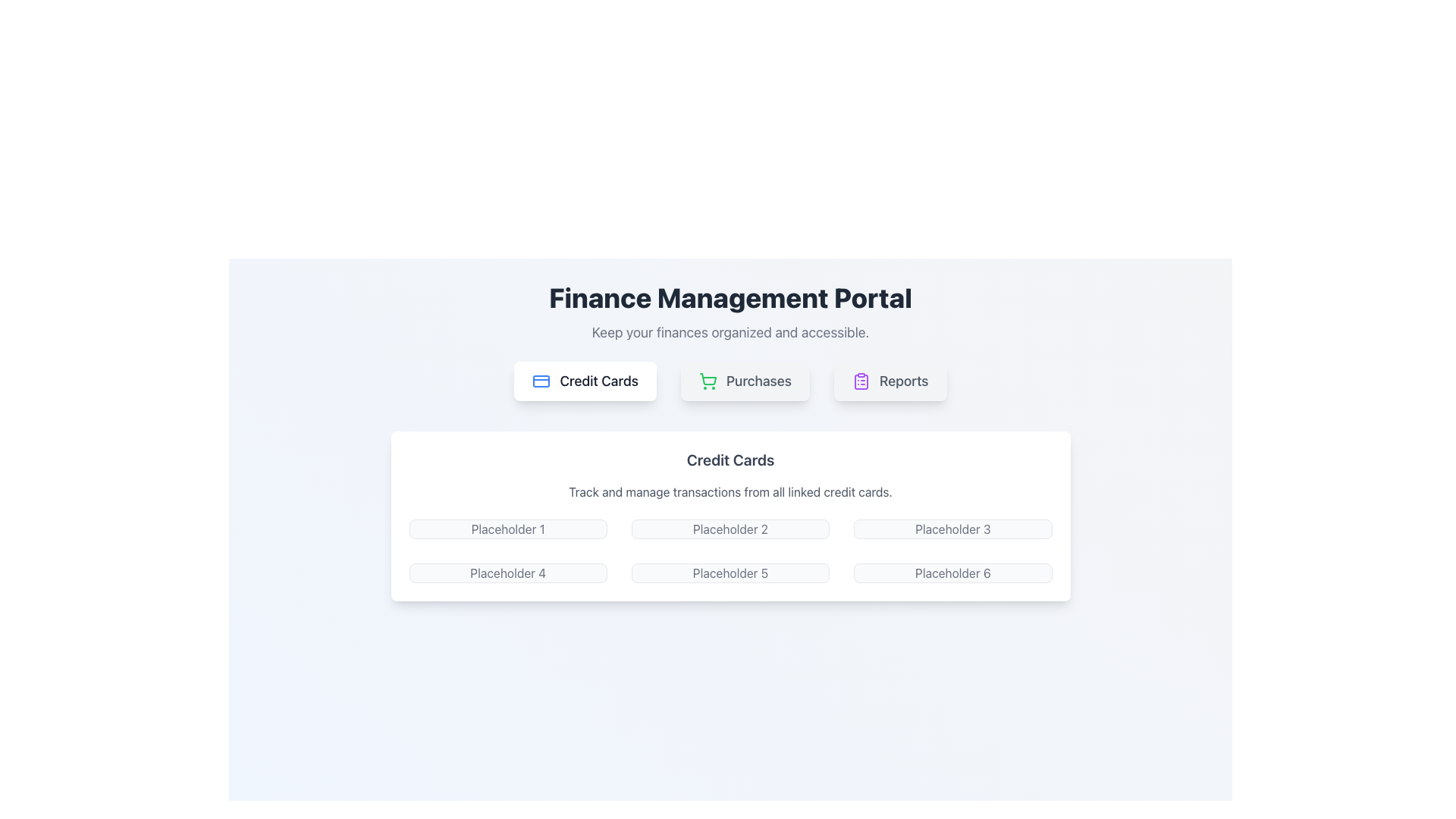  I want to click on the second placeholder box in a grid of six, so click(730, 529).